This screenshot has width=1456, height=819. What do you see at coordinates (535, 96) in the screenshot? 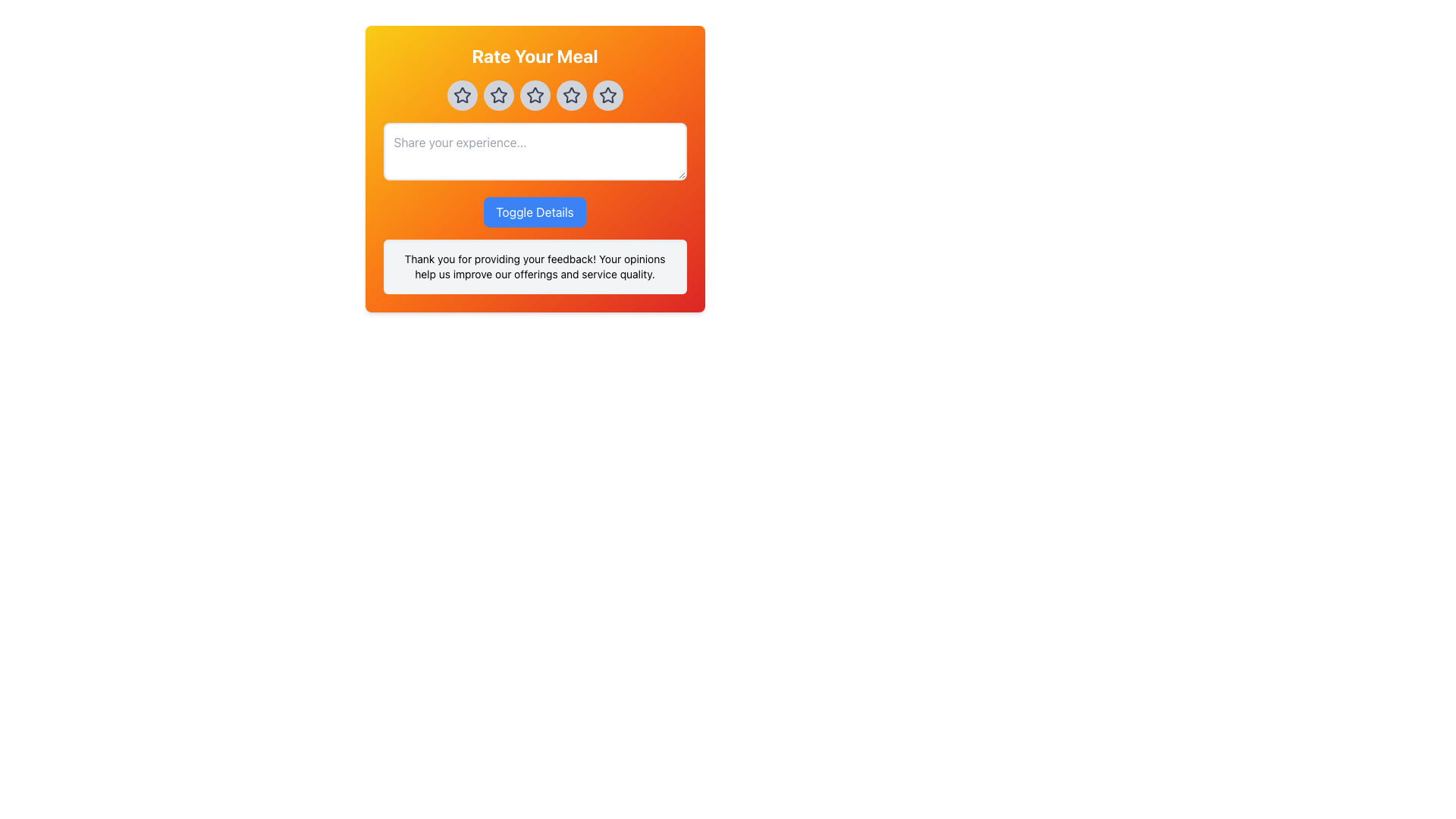
I see `the third circular button for rating under the 'Rate Your Meal' title` at bounding box center [535, 96].